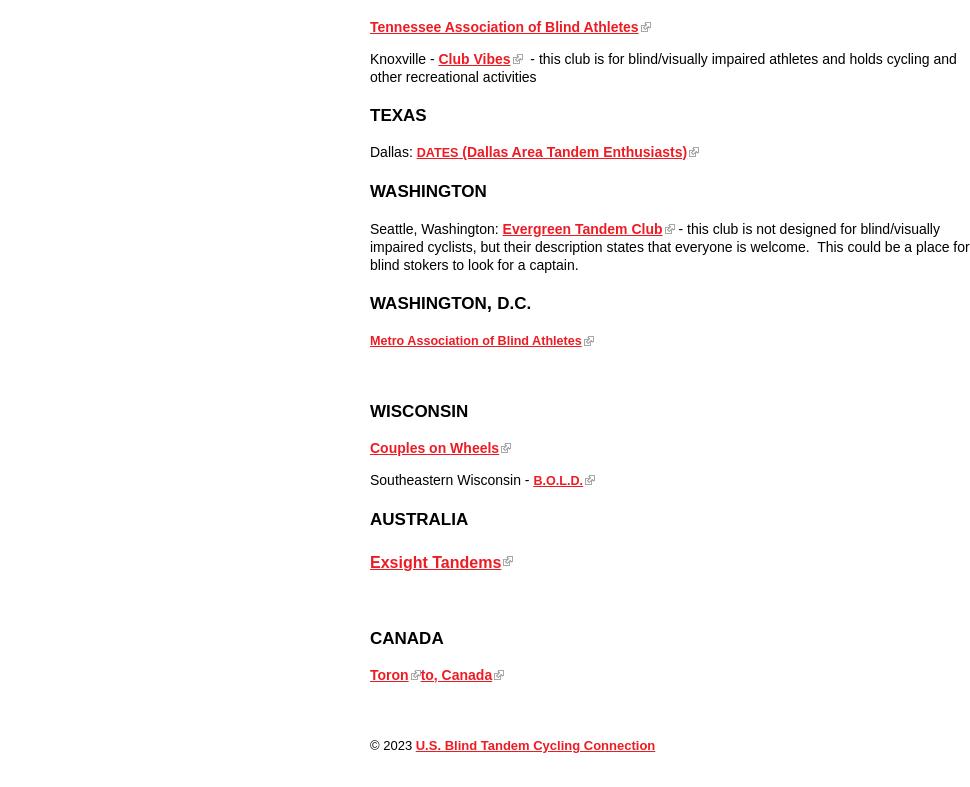  I want to click on 'Metro Association of Blind Athletes', so click(474, 338).